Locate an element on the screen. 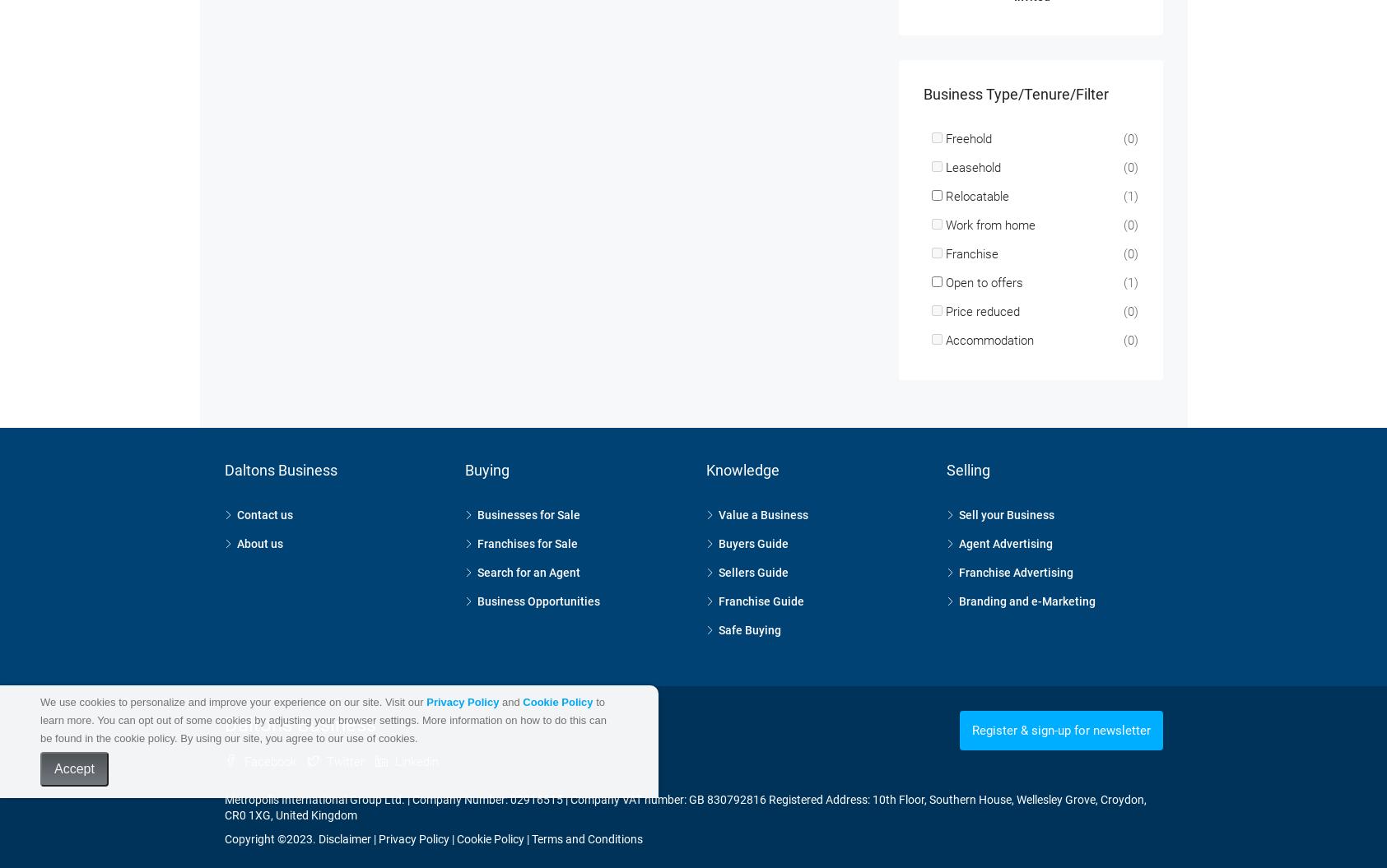 This screenshot has width=1387, height=868. 'Cookie Policy' is located at coordinates (489, 818).